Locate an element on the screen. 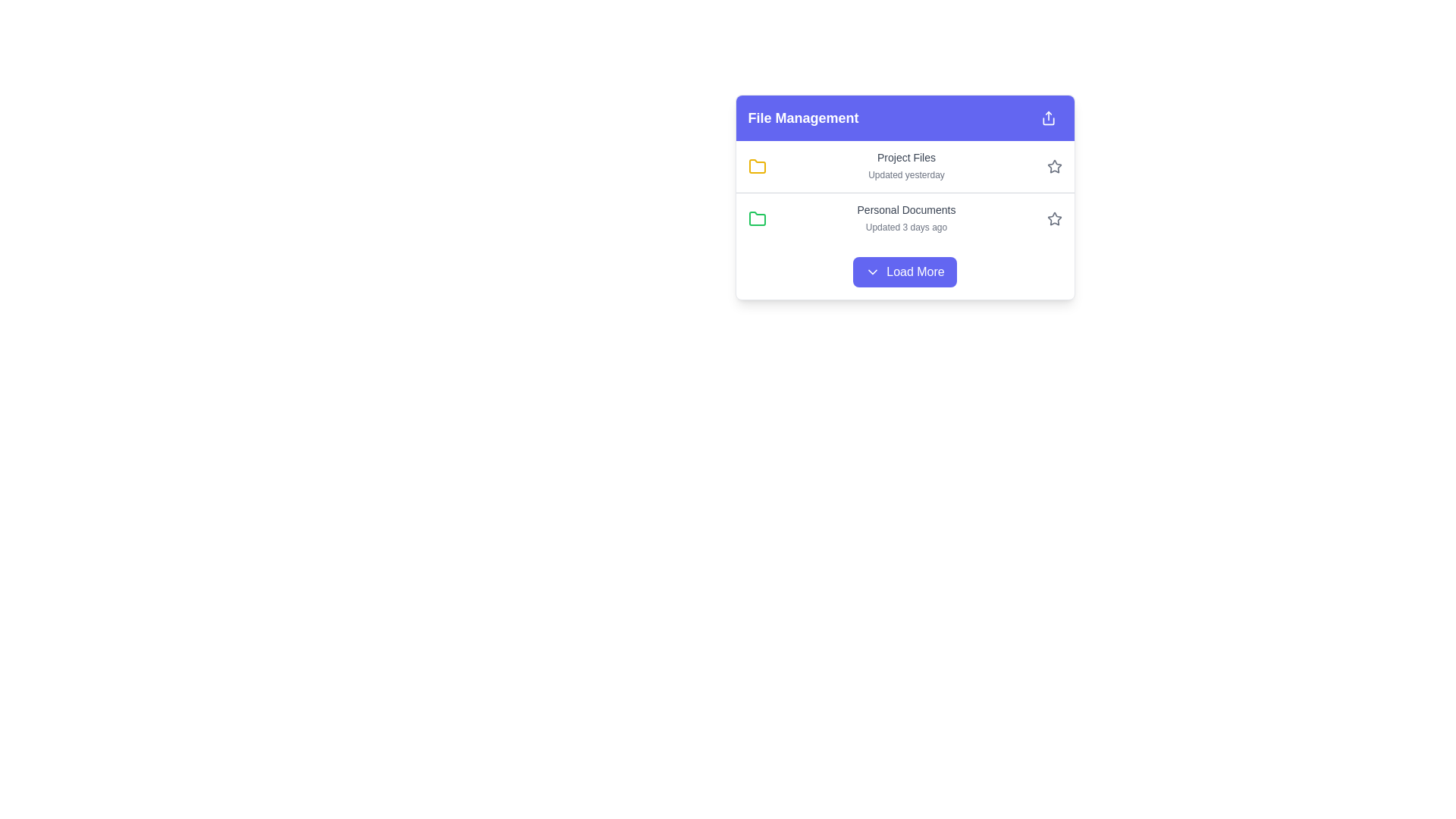  the folder icon located in the 'File Management' section, which is the second icon in the column next to 'Personal Documents' is located at coordinates (757, 218).